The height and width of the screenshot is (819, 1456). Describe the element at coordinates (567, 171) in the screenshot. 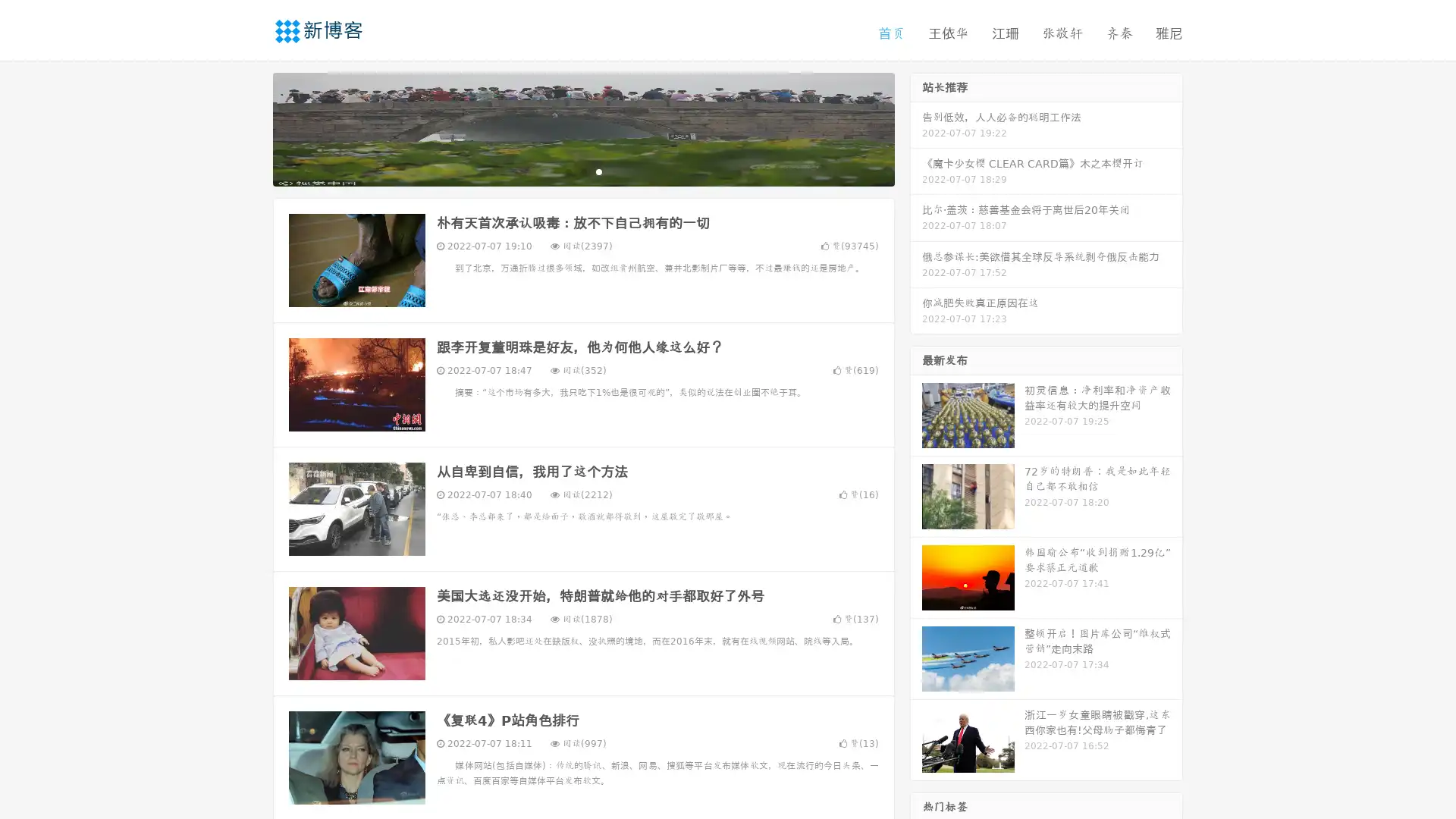

I see `Go to slide 1` at that location.